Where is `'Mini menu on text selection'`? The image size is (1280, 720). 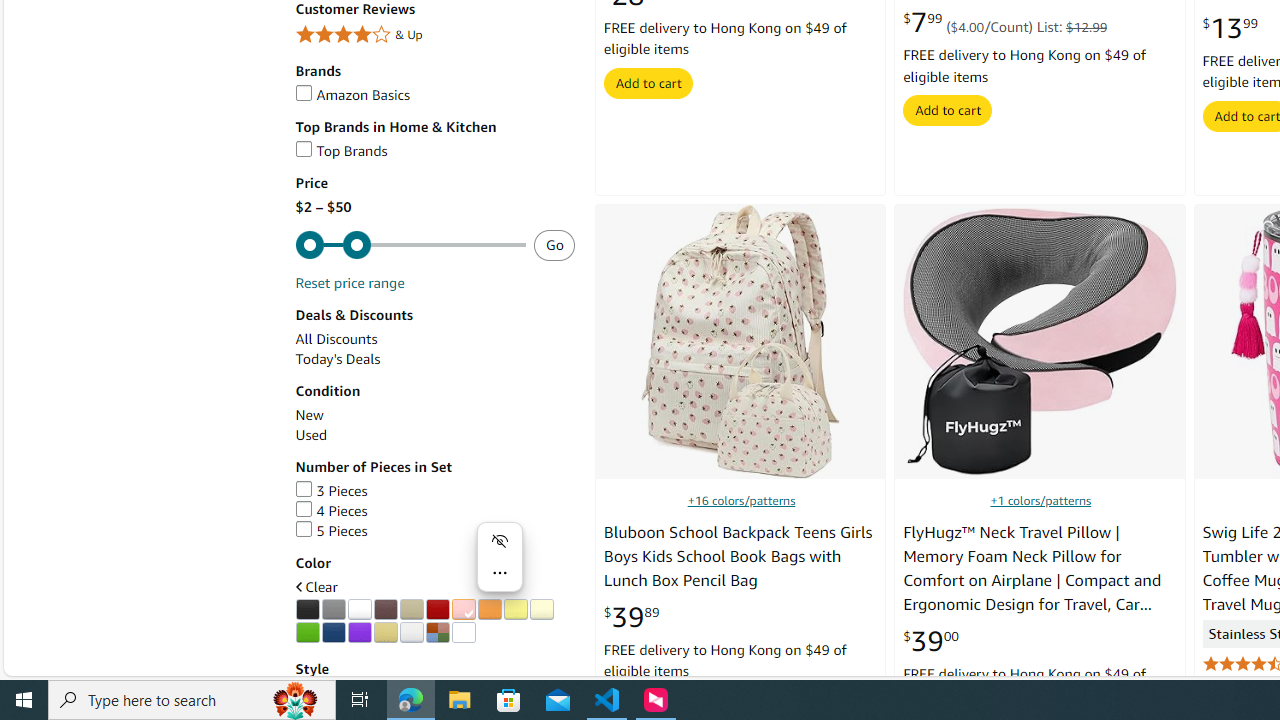 'Mini menu on text selection' is located at coordinates (499, 556).